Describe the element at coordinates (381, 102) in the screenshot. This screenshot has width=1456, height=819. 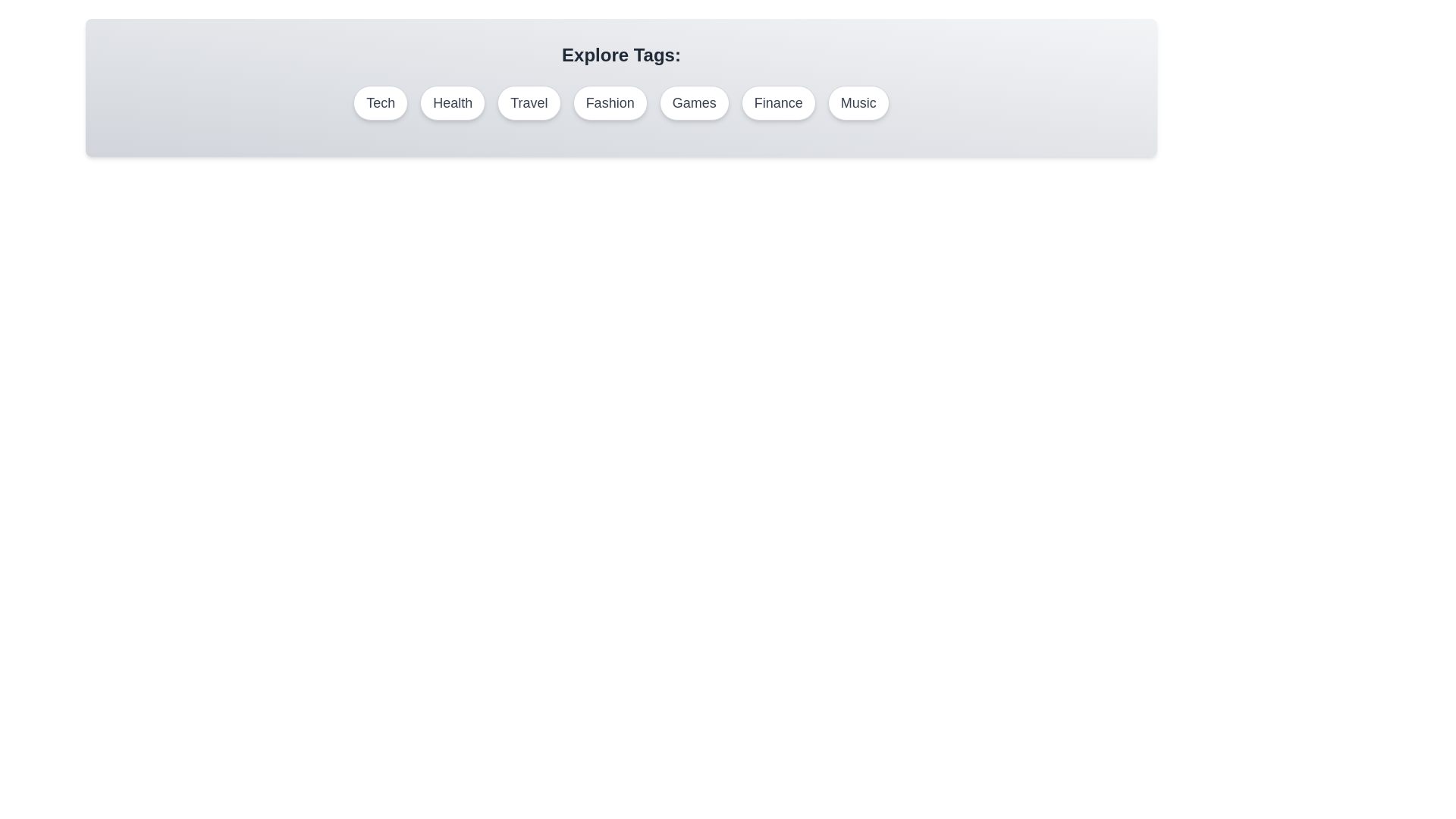
I see `the tag labeled Tech to select it` at that location.